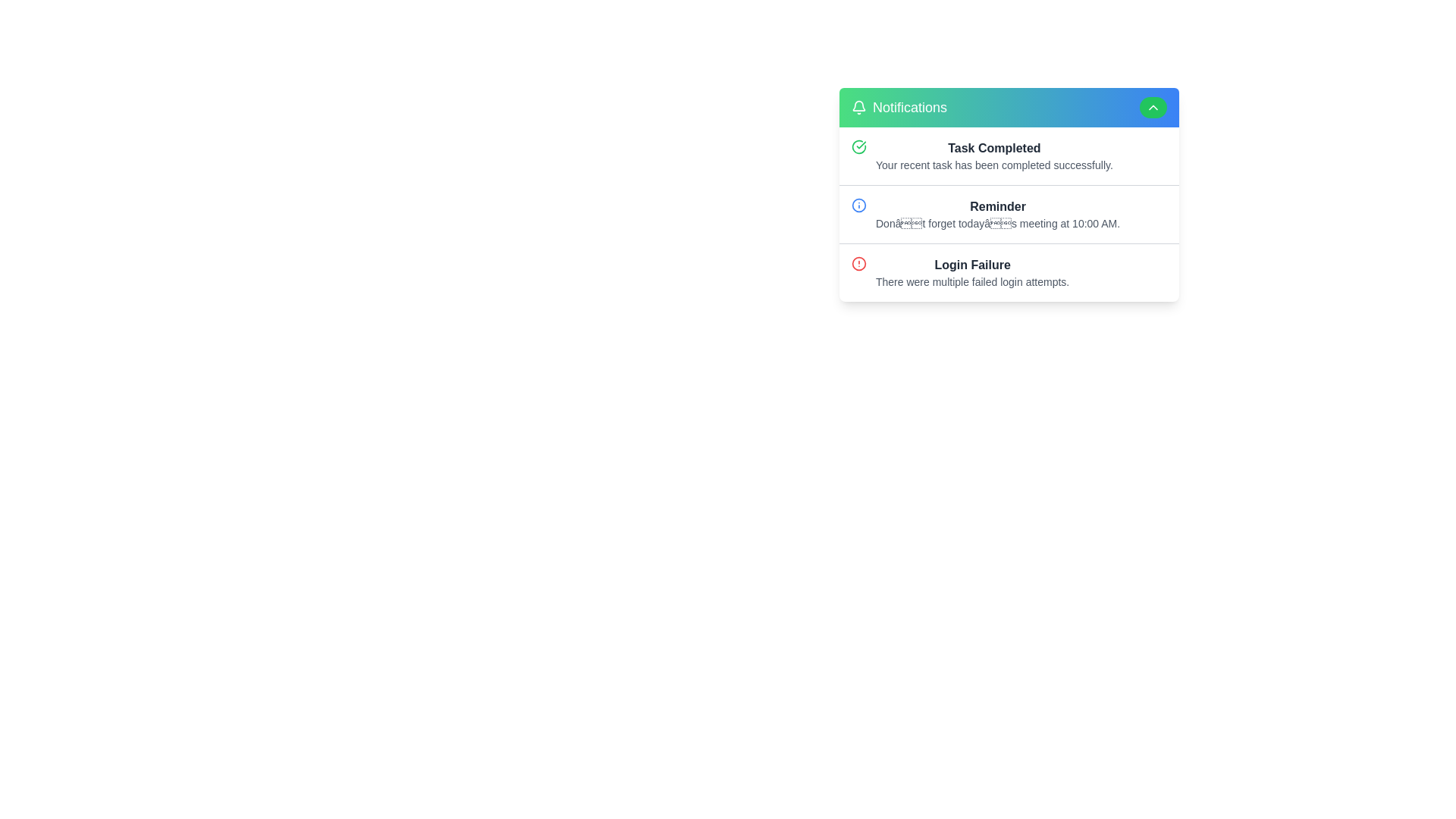 This screenshot has width=1456, height=819. What do you see at coordinates (1009, 214) in the screenshot?
I see `the notification card in the Group of Notification Cards` at bounding box center [1009, 214].